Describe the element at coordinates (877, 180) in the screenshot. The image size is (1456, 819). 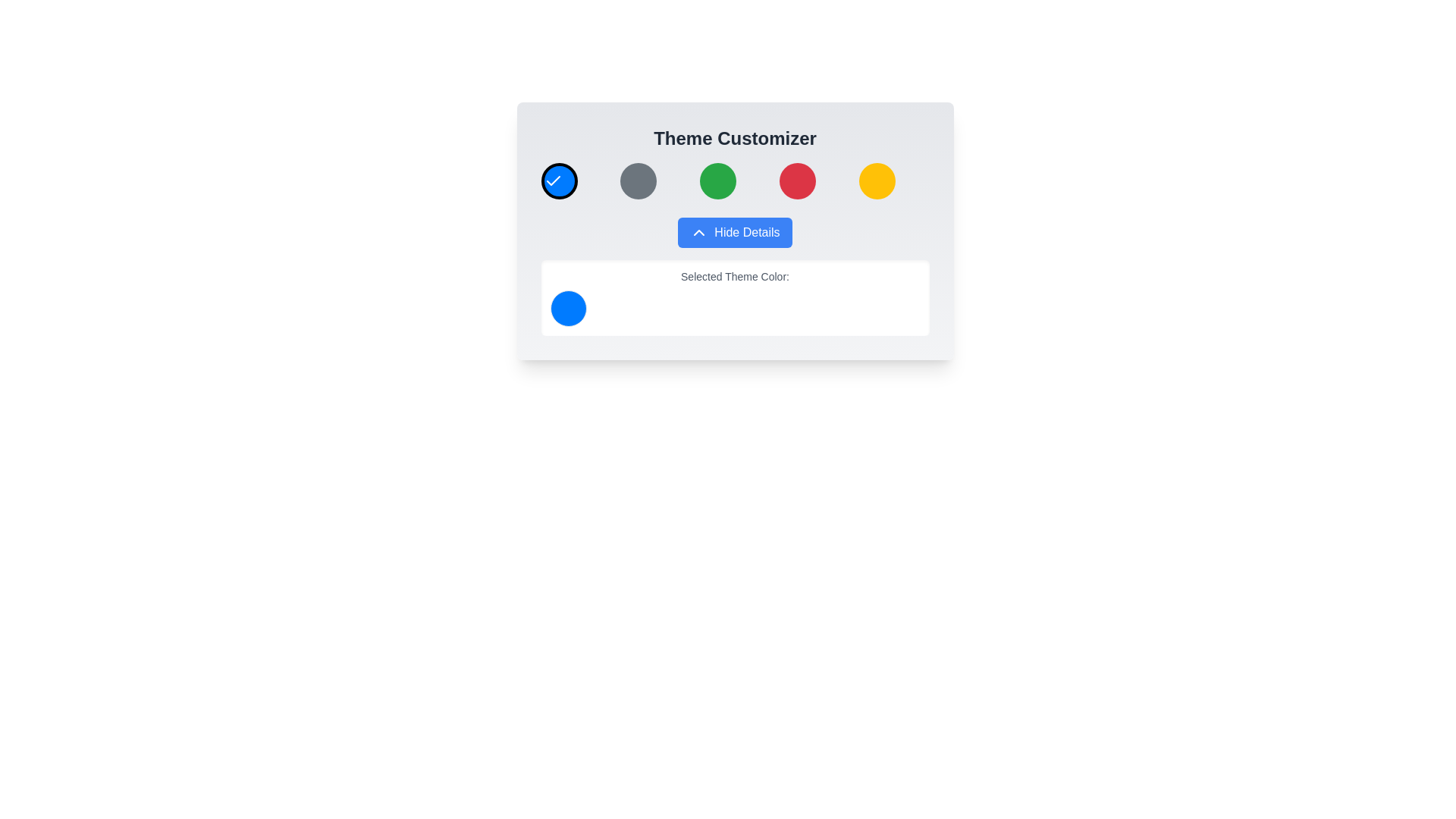
I see `the vibrant orange circular button, the fifth in the row within the 'Theme Customizer' section, to change the theme color` at that location.